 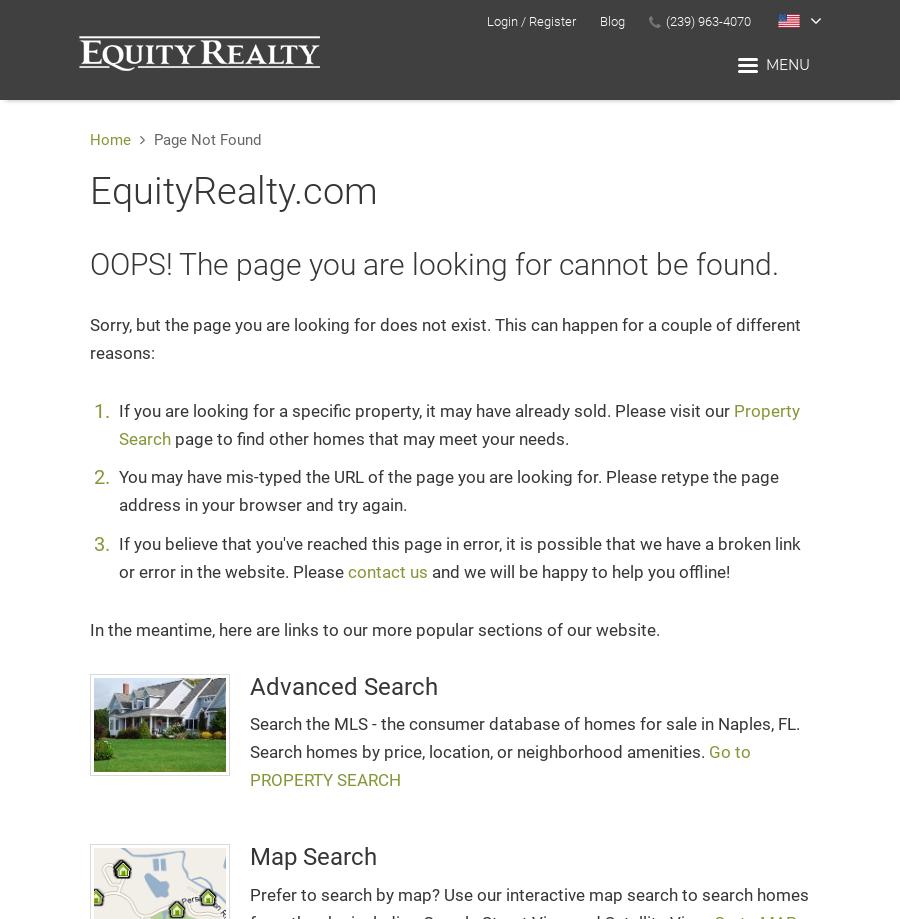 What do you see at coordinates (369, 439) in the screenshot?
I see `'page to find other homes that may meet your needs.'` at bounding box center [369, 439].